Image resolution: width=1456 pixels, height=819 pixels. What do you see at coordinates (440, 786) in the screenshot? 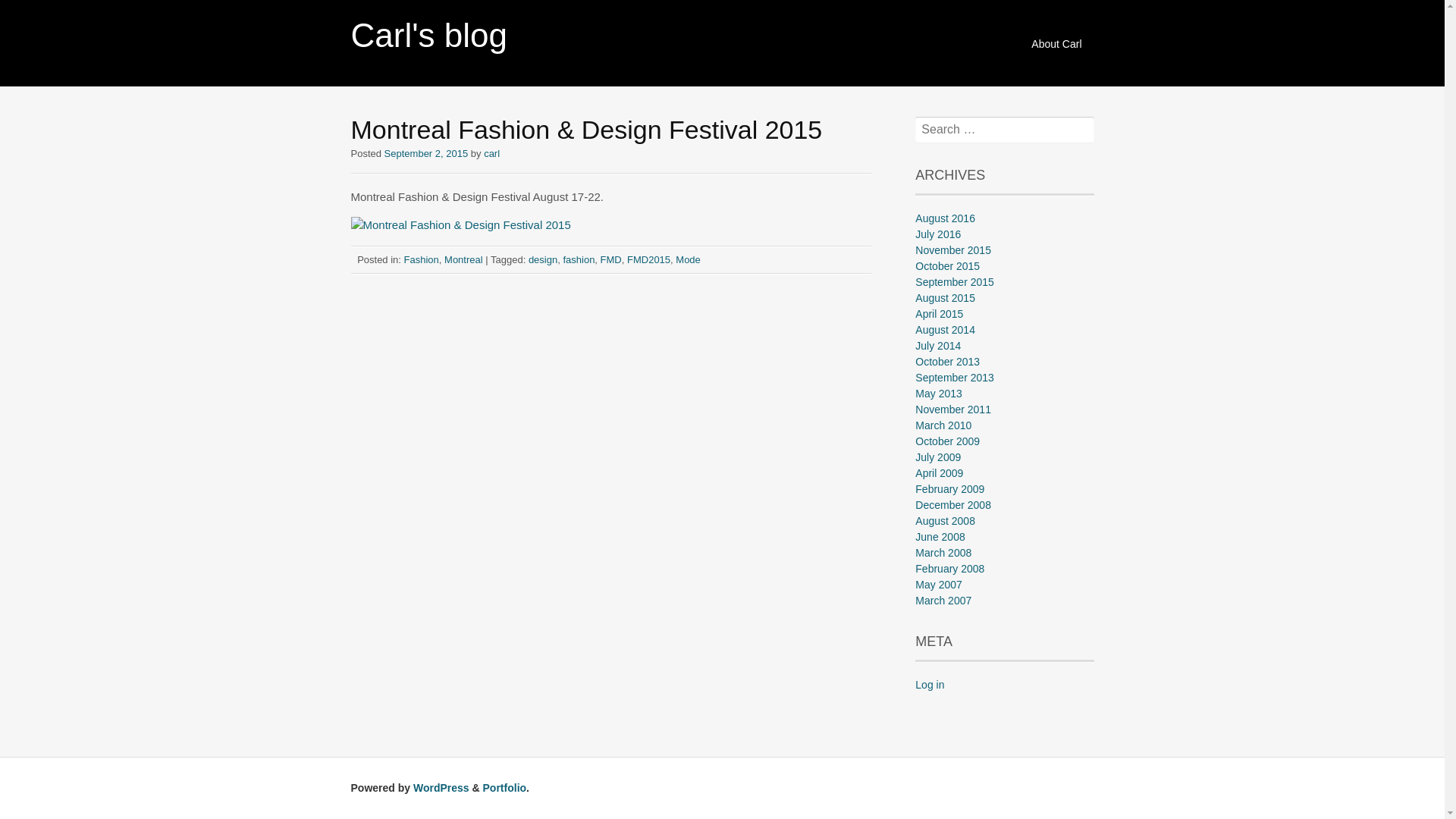
I see `'WordPress'` at bounding box center [440, 786].